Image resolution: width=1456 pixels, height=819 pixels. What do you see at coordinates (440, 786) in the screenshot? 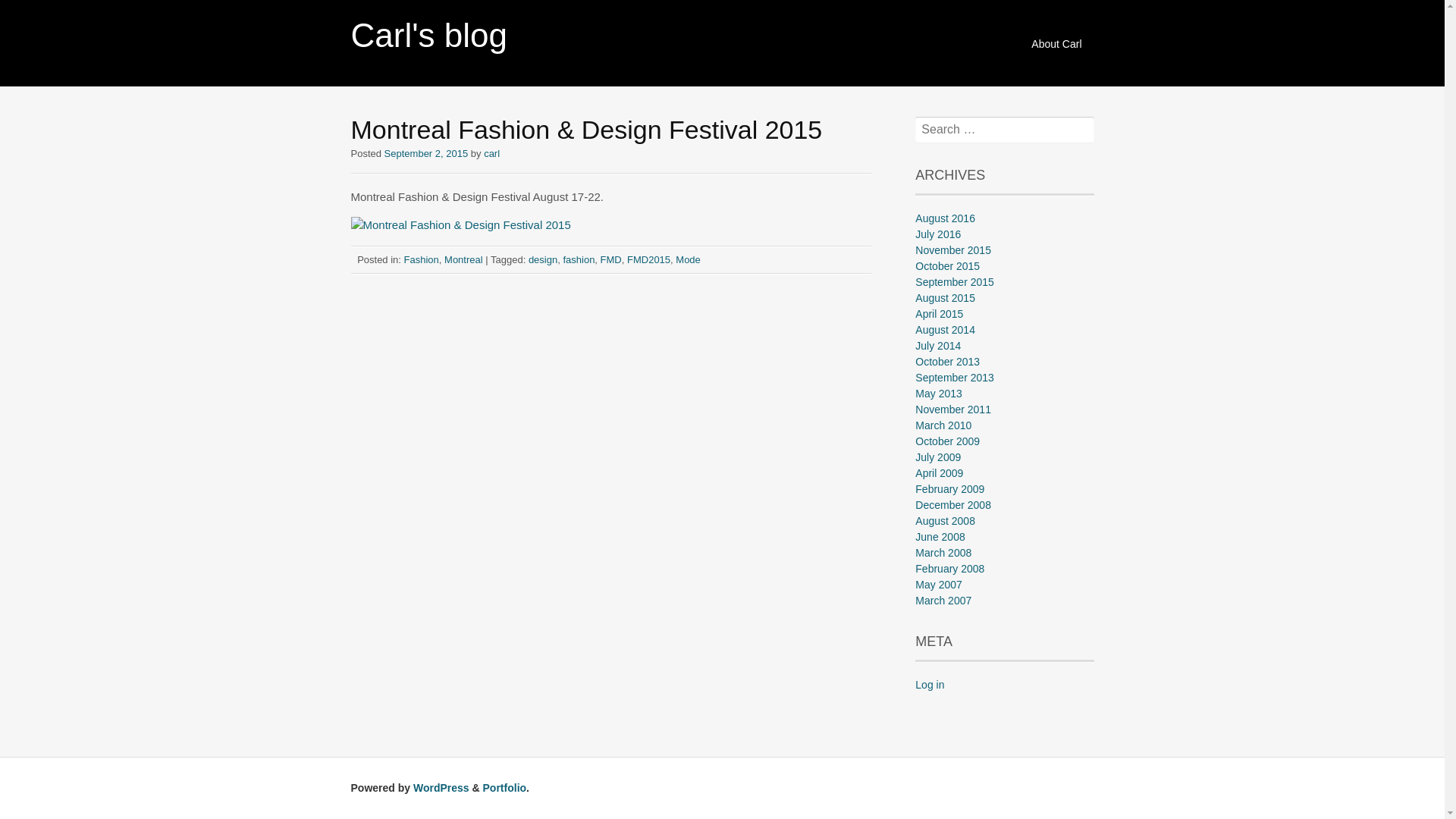
I see `'WordPress'` at bounding box center [440, 786].